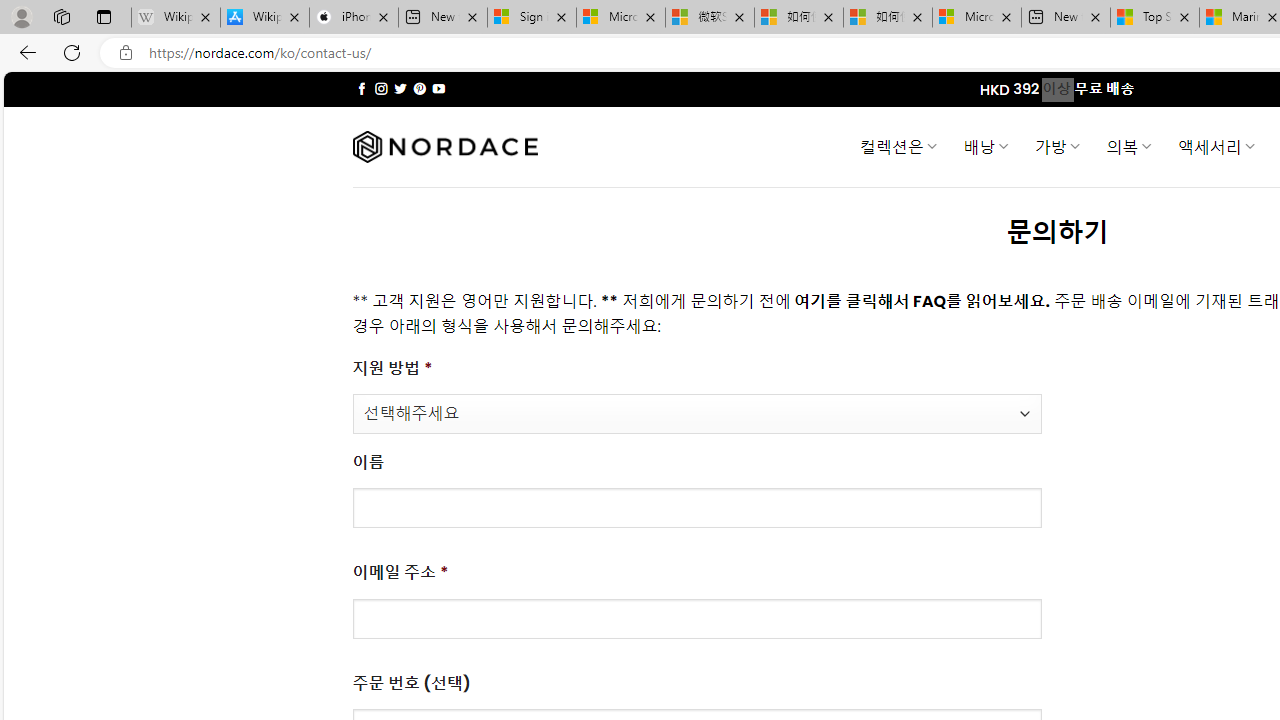 Image resolution: width=1280 pixels, height=720 pixels. I want to click on 'Follow on Instagram', so click(381, 88).